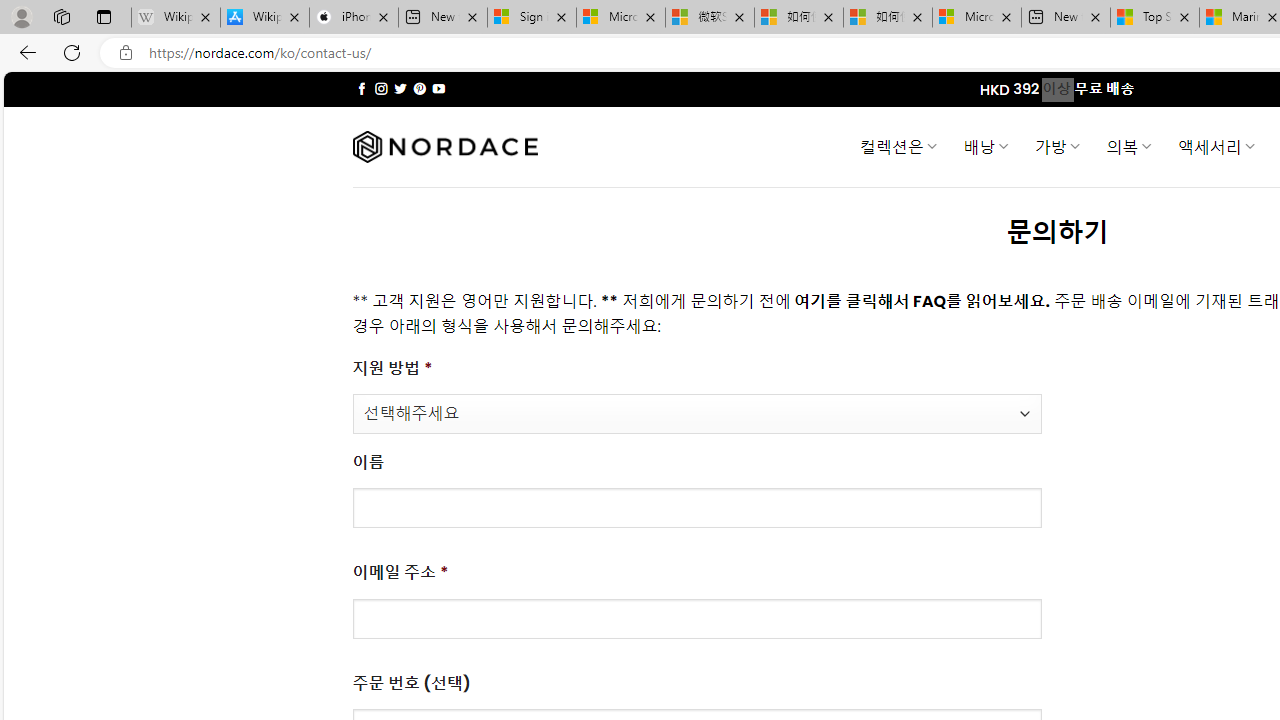 Image resolution: width=1280 pixels, height=720 pixels. I want to click on 'Follow on Instagram', so click(381, 88).